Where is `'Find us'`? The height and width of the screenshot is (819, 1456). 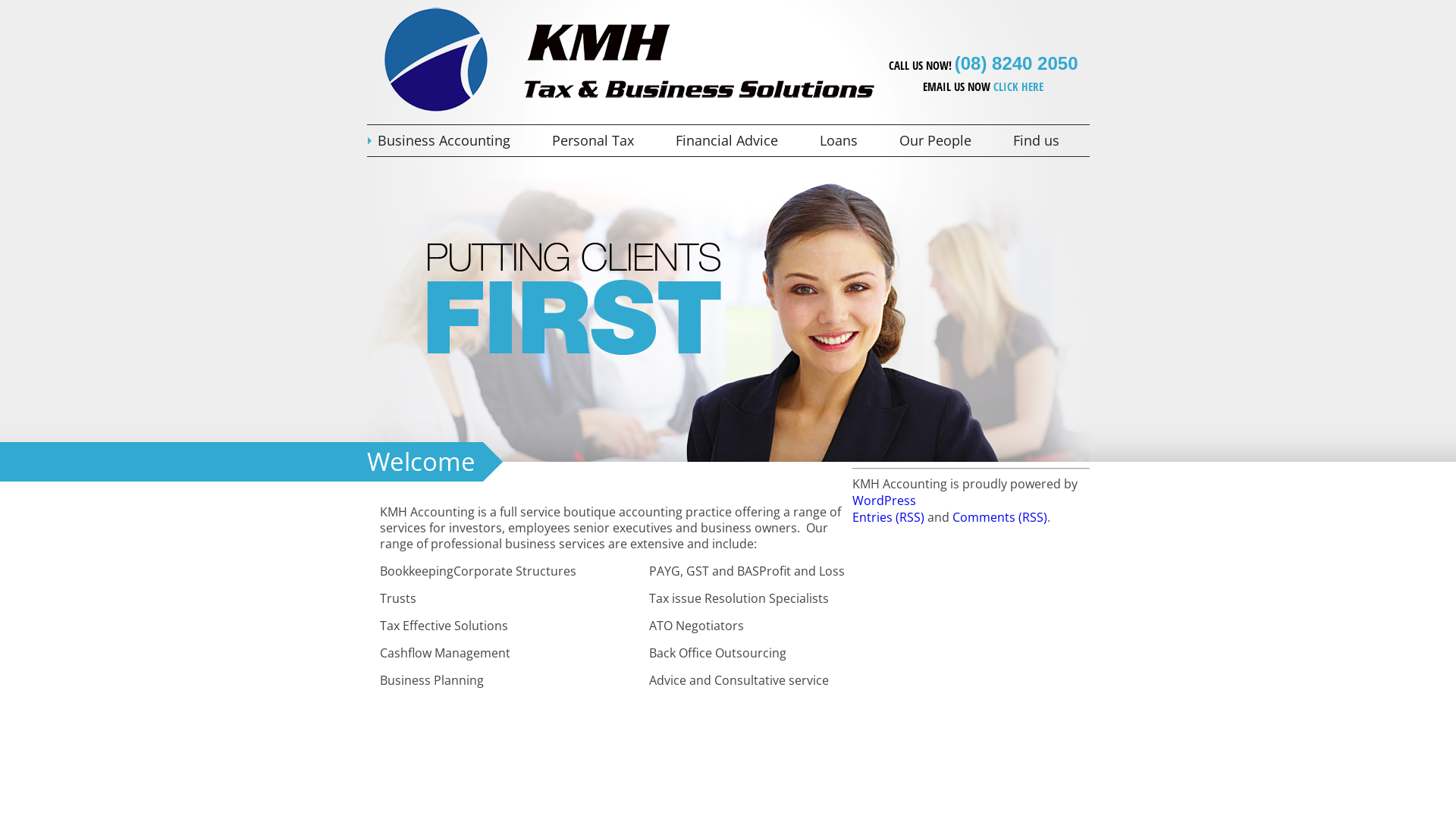
'Find us' is located at coordinates (1044, 140).